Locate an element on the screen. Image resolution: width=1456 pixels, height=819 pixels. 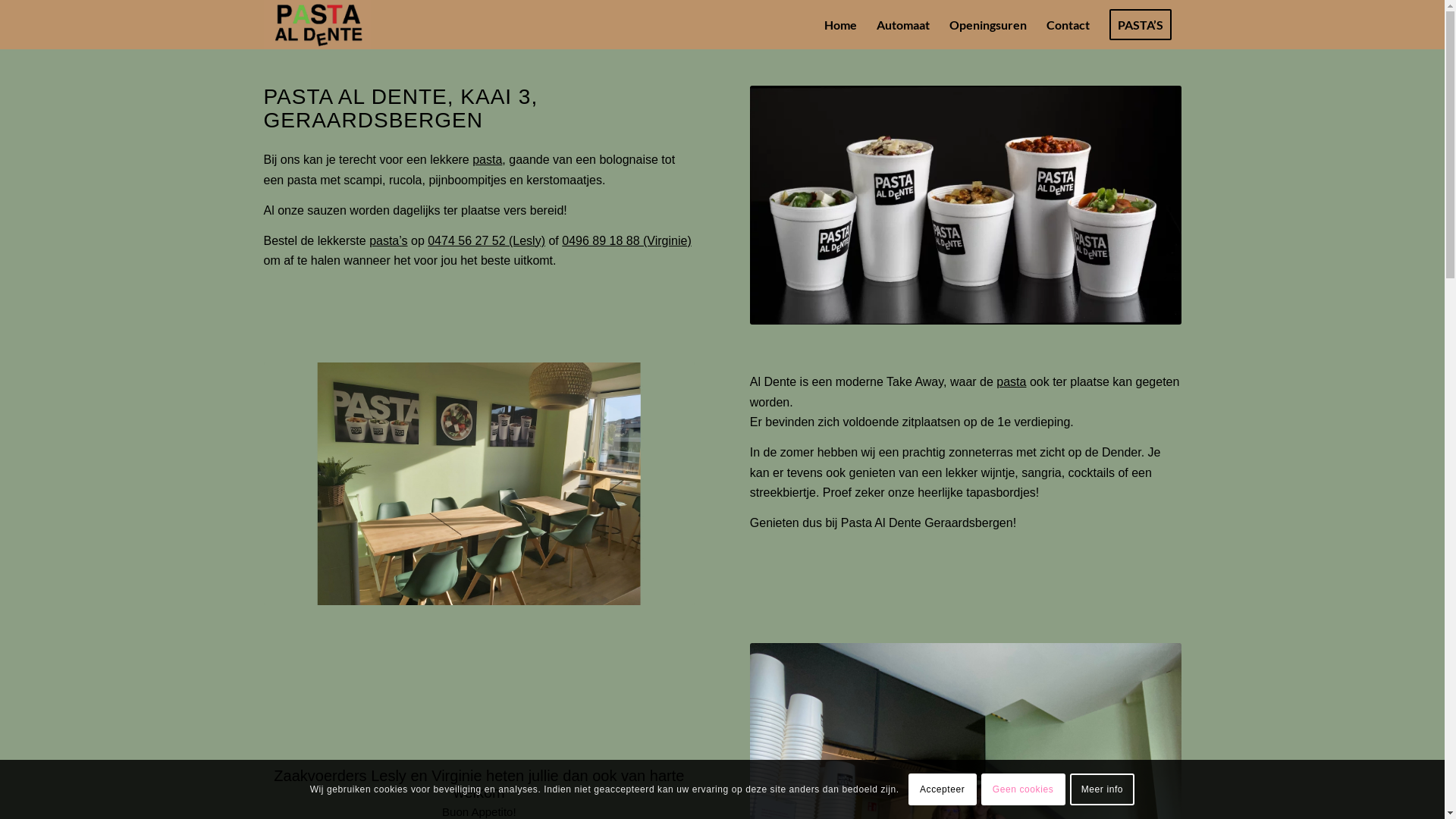
'Automaat' is located at coordinates (866, 24).